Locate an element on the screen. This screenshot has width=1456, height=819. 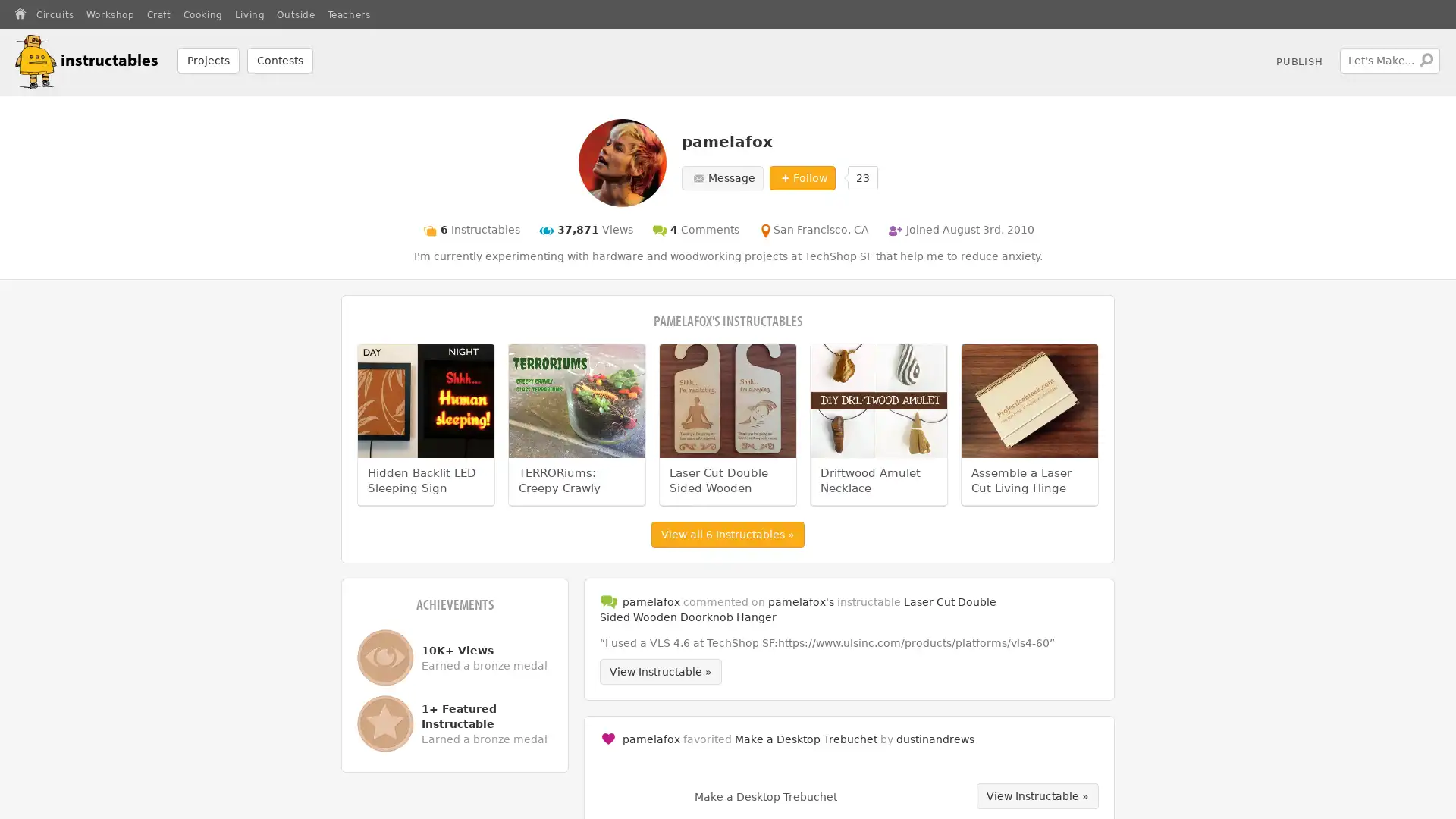
Follow is located at coordinates (801, 177).